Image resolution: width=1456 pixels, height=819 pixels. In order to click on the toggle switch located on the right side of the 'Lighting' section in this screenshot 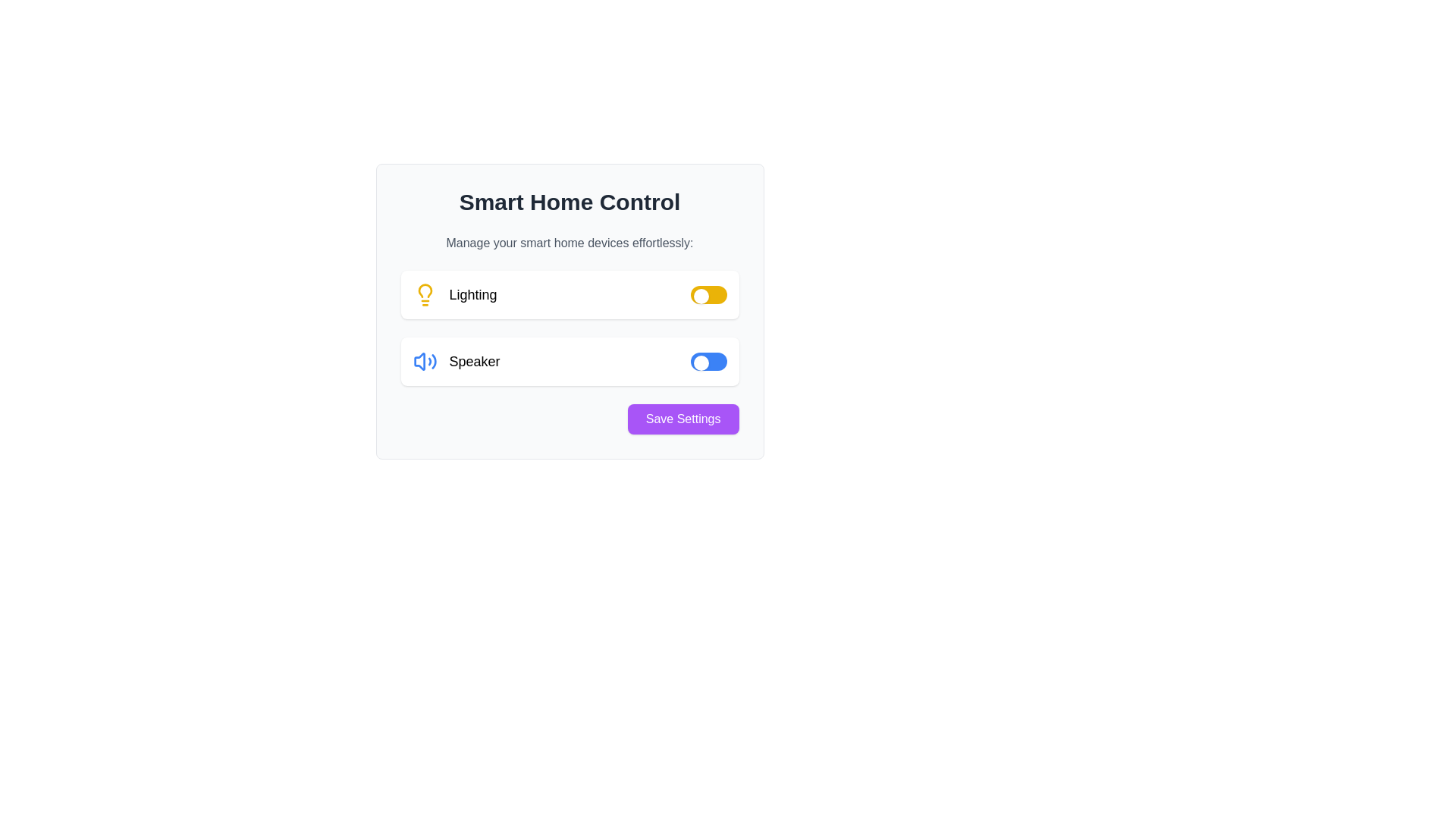, I will do `click(708, 295)`.